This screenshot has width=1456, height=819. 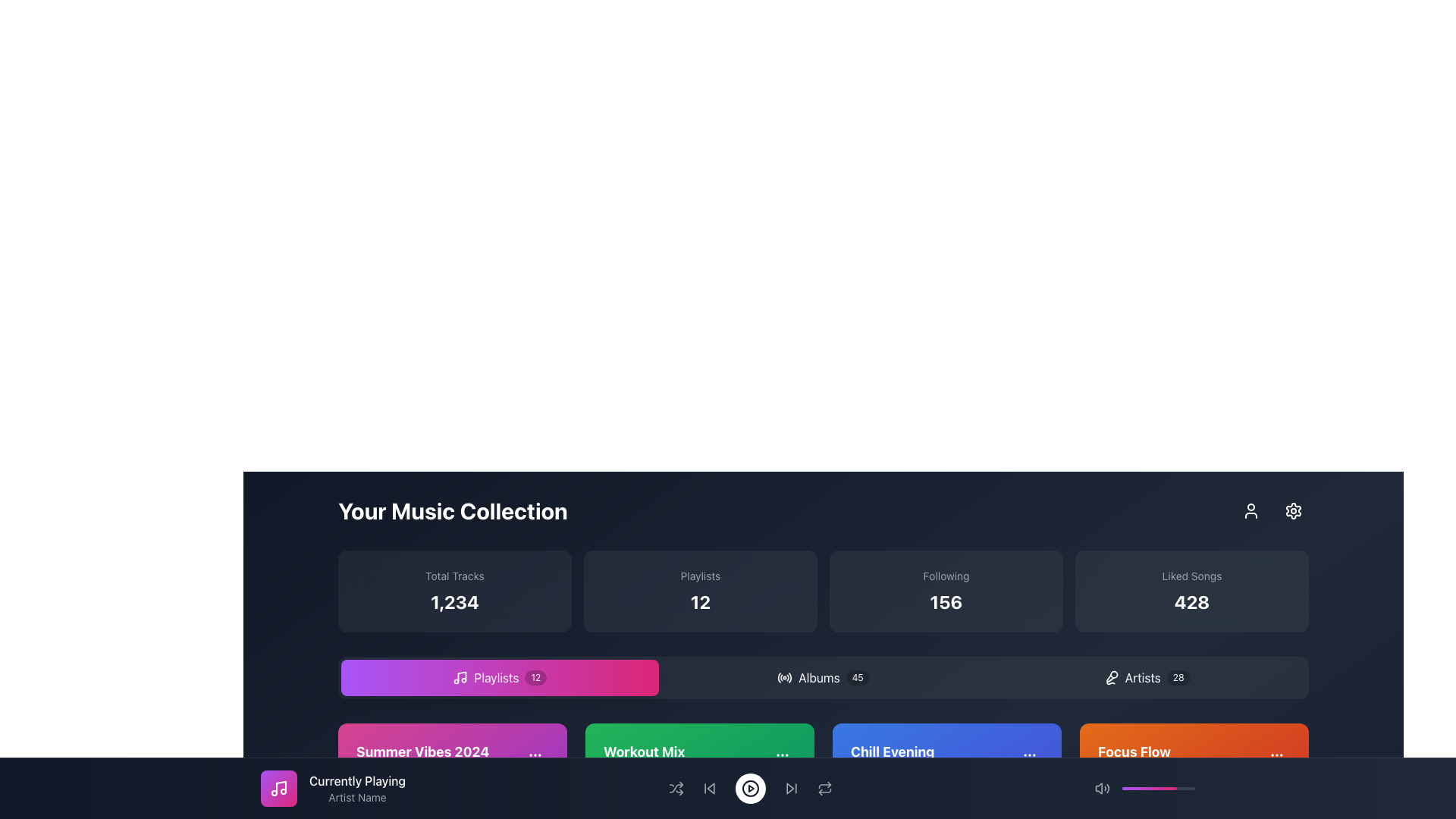 What do you see at coordinates (279, 788) in the screenshot?
I see `the IconButton with a centered music note icon that has a gradient background transitioning from purple to pink` at bounding box center [279, 788].